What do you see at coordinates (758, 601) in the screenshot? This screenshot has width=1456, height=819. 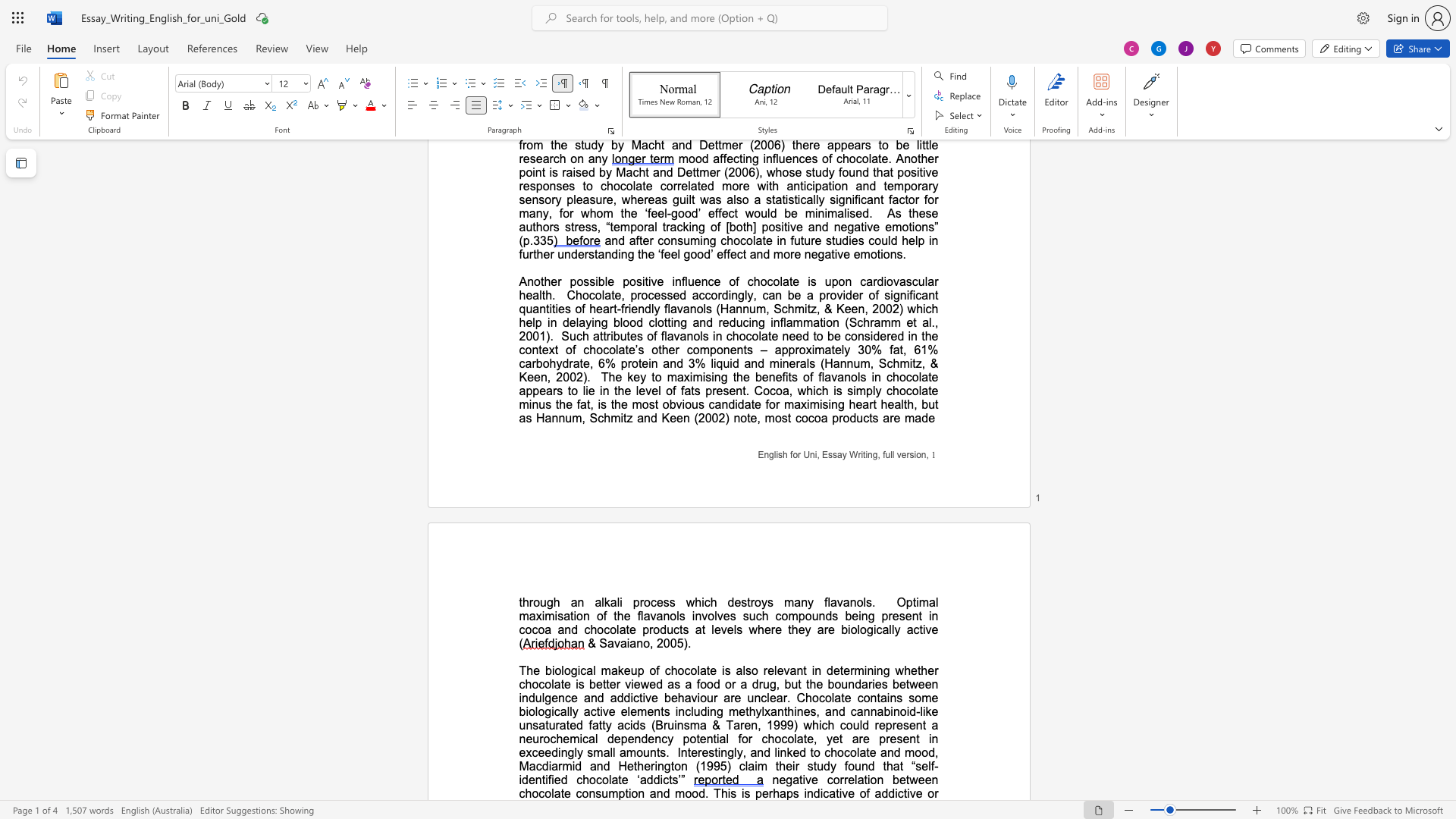 I see `the 3th character "o" in the text` at bounding box center [758, 601].